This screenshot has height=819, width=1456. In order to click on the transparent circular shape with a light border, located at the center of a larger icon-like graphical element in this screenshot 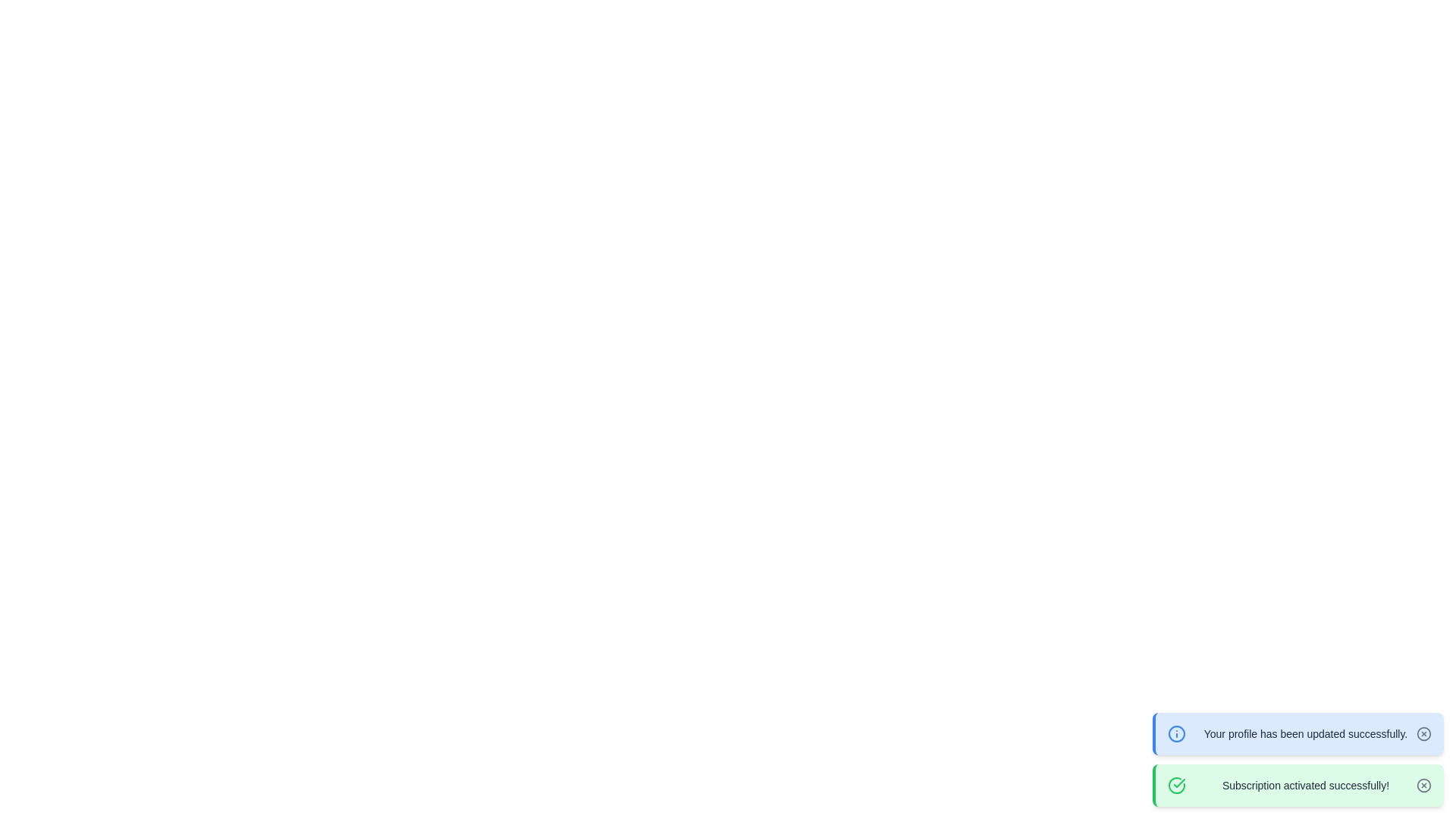, I will do `click(1423, 785)`.